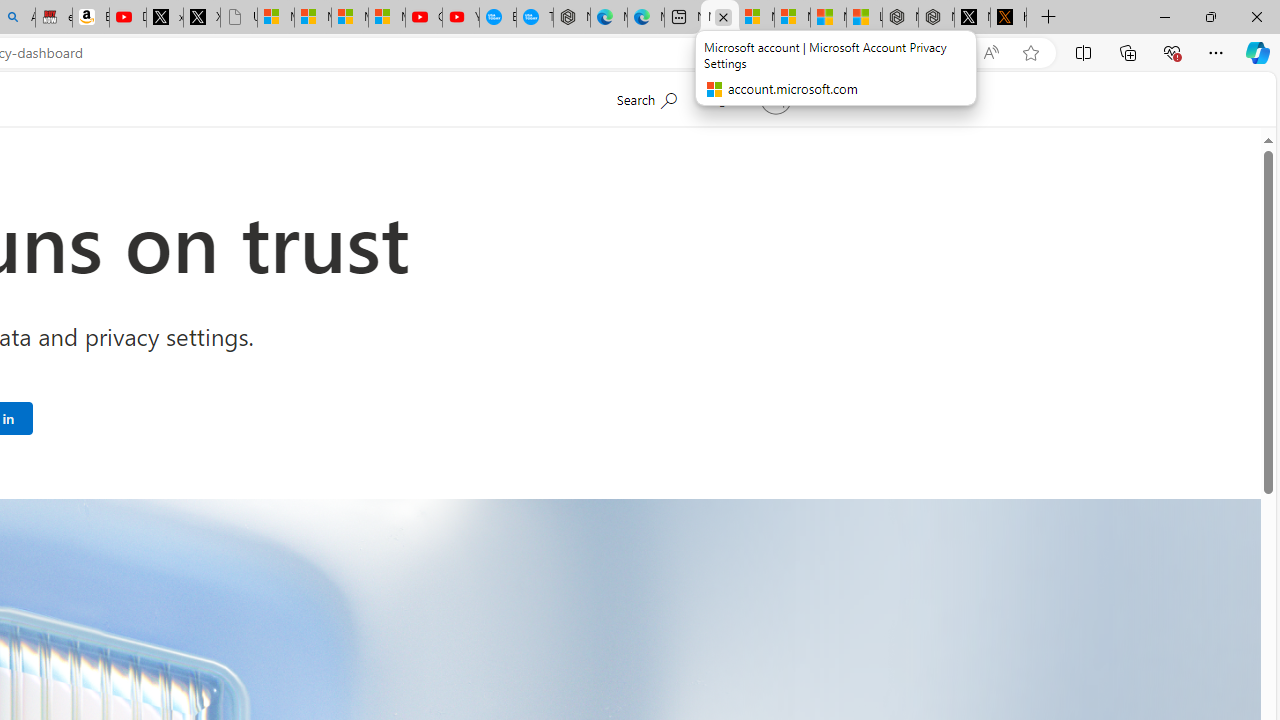  What do you see at coordinates (1128, 51) in the screenshot?
I see `'Collections'` at bounding box center [1128, 51].